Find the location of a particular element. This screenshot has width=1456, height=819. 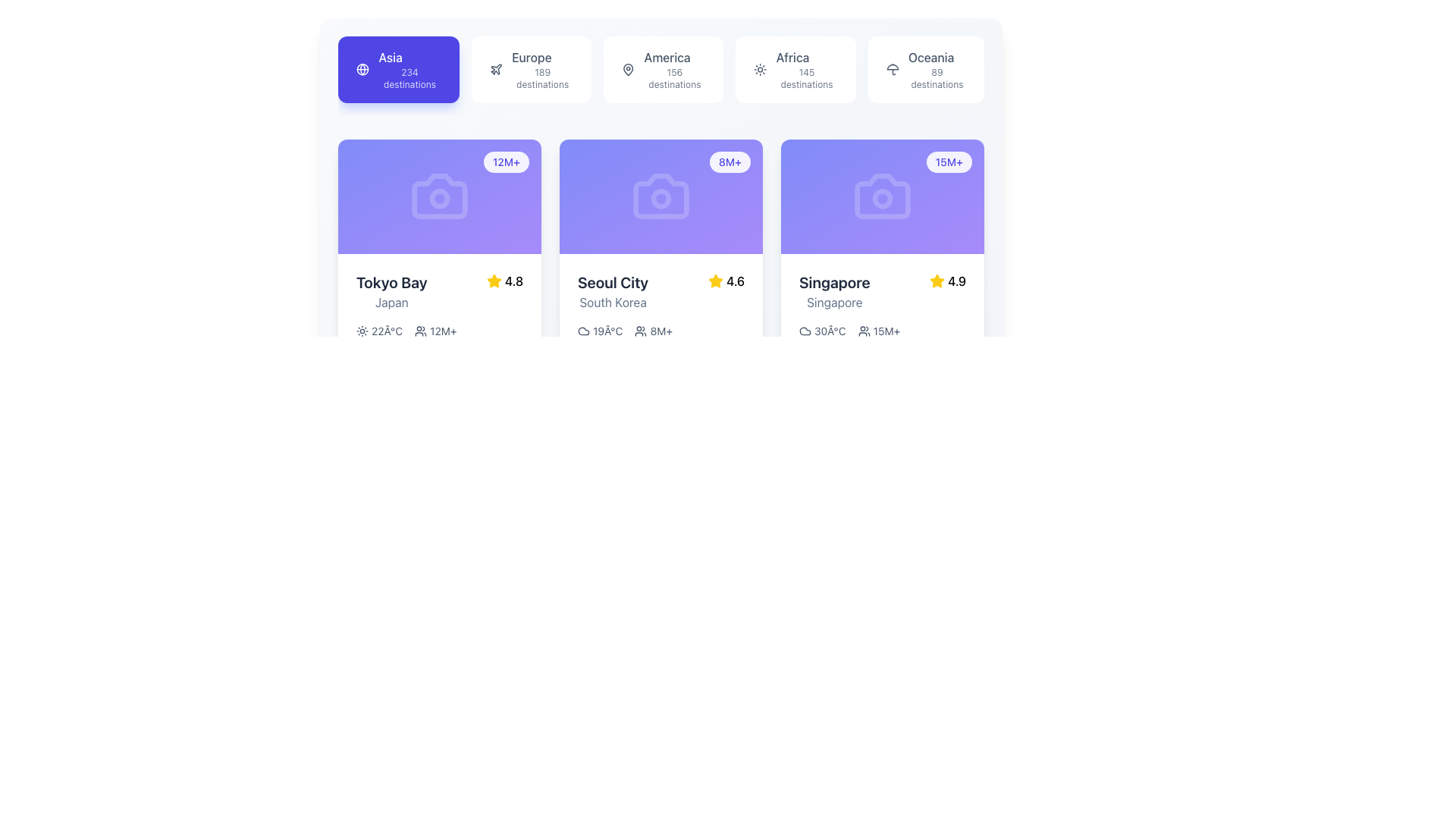

the travel destination summary card that displays key information such as city name, country, rating, temperature, and population, located is located at coordinates (661, 296).